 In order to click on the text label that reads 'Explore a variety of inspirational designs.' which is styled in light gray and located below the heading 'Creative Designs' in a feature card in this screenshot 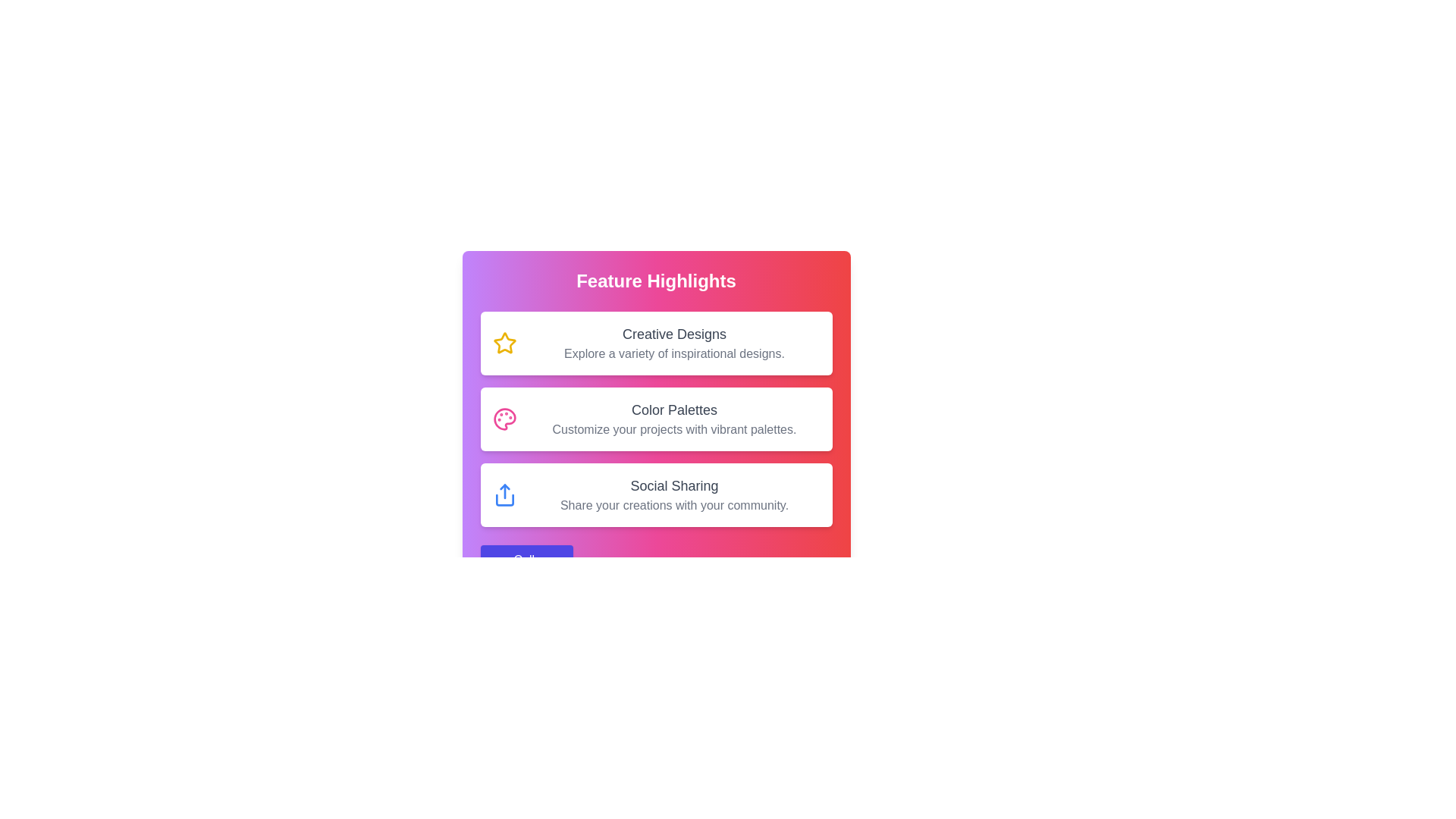, I will do `click(673, 353)`.